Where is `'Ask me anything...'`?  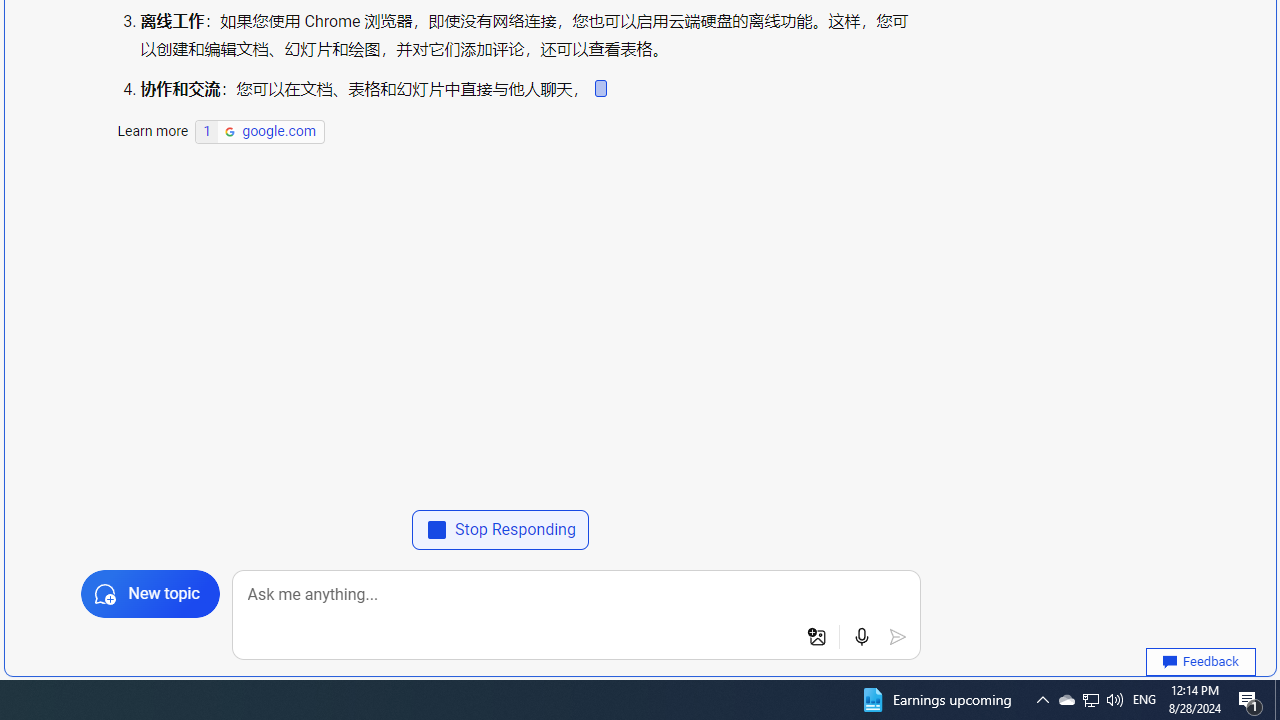
'Ask me anything...' is located at coordinates (575, 594).